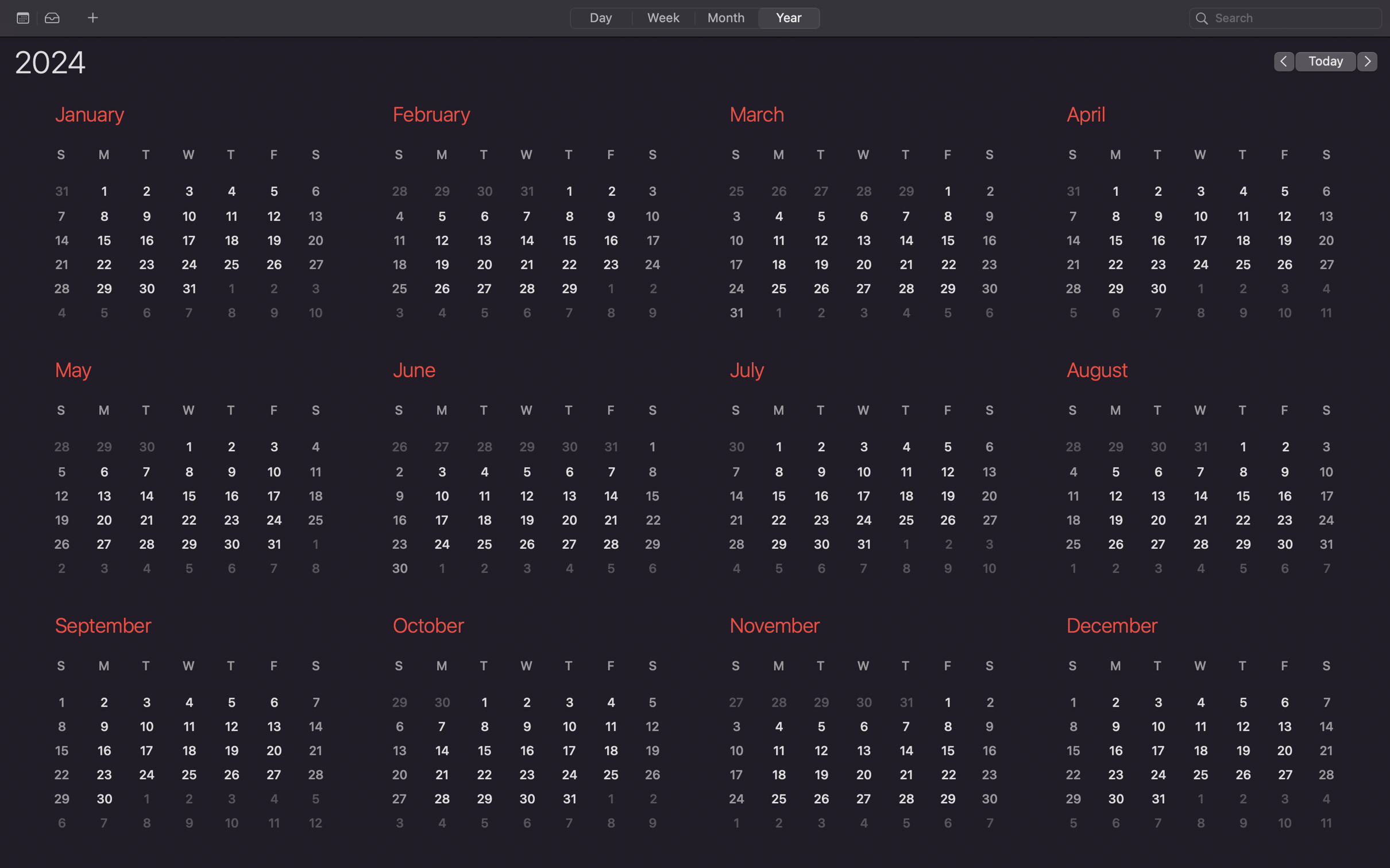  I want to click on Increase the visibility of the April month on the calendar, so click(1195, 212).